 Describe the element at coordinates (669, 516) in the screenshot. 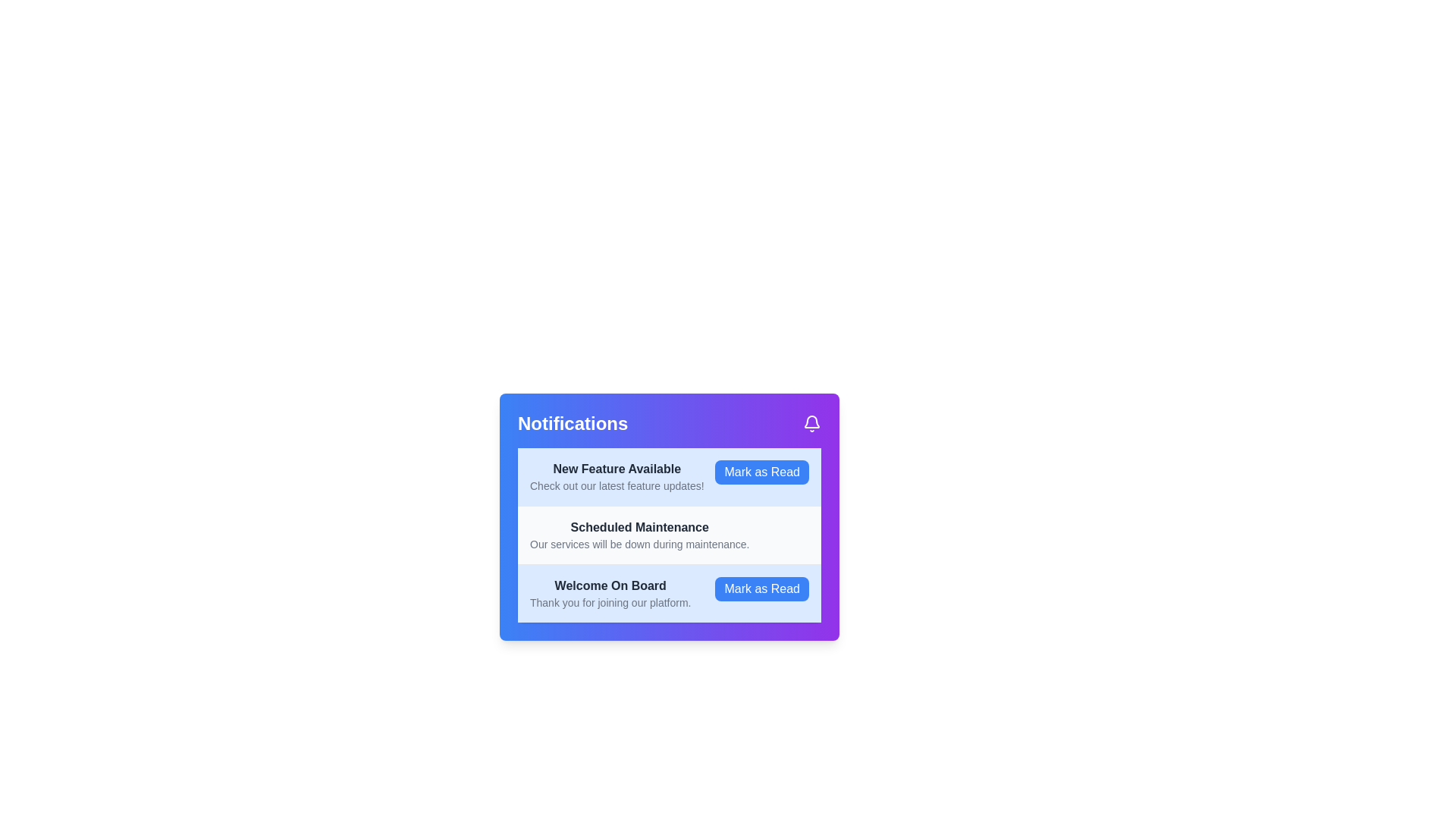

I see `the second notification item in the vertically stacked list` at that location.